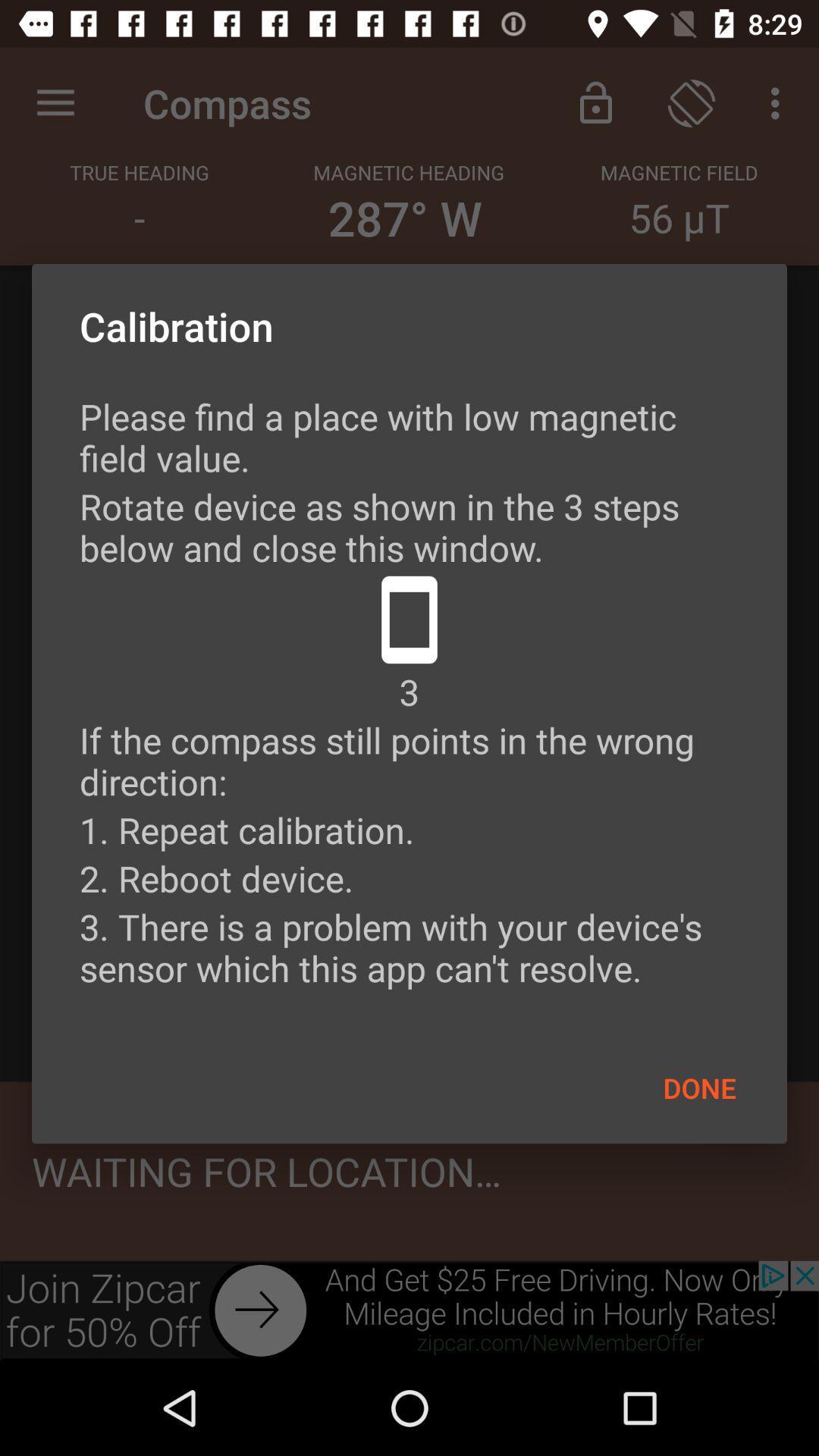 The height and width of the screenshot is (1456, 819). What do you see at coordinates (699, 1087) in the screenshot?
I see `done at the bottom right corner` at bounding box center [699, 1087].